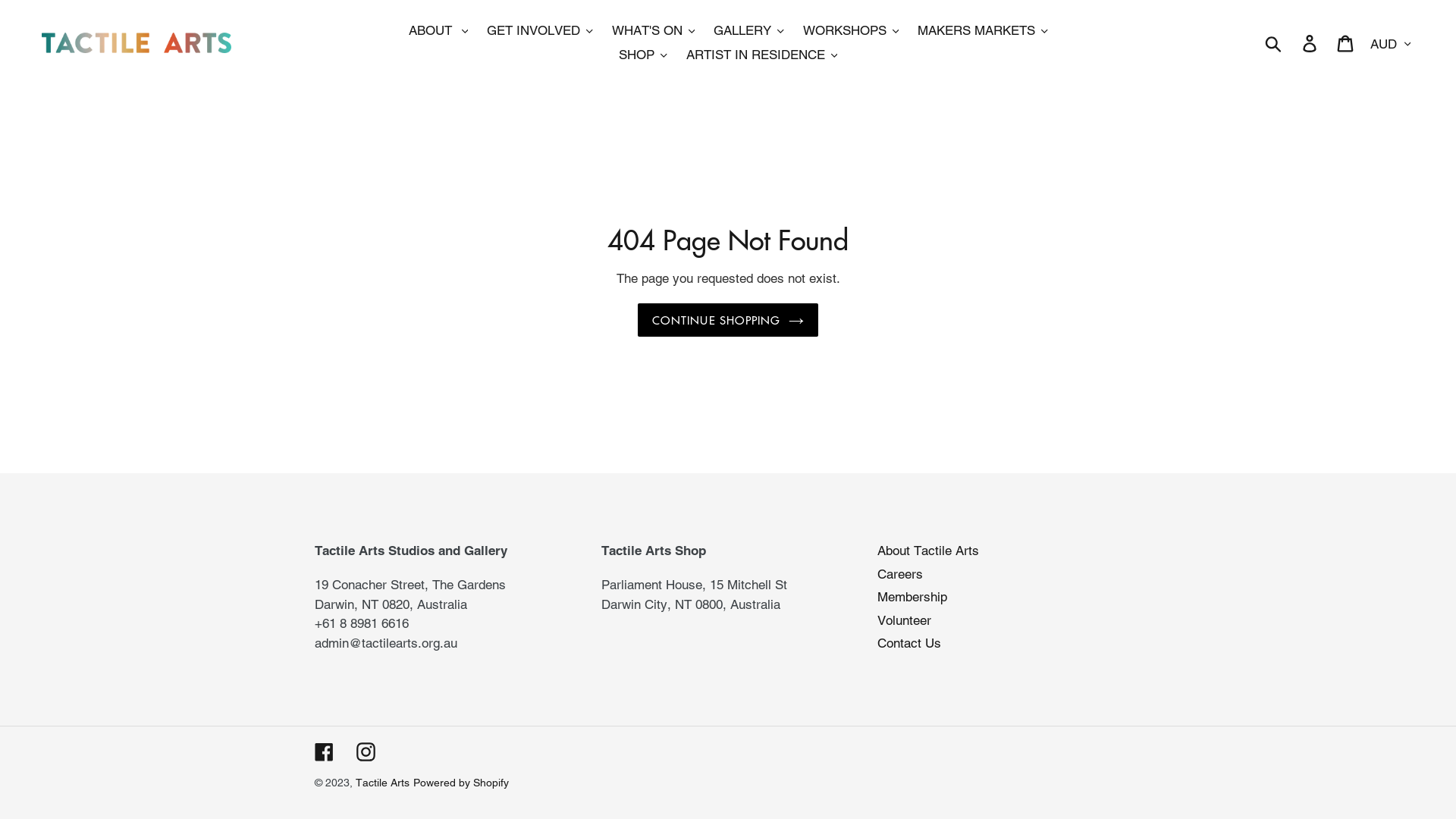 This screenshot has height=819, width=1456. Describe the element at coordinates (877, 573) in the screenshot. I see `'Careers'` at that location.